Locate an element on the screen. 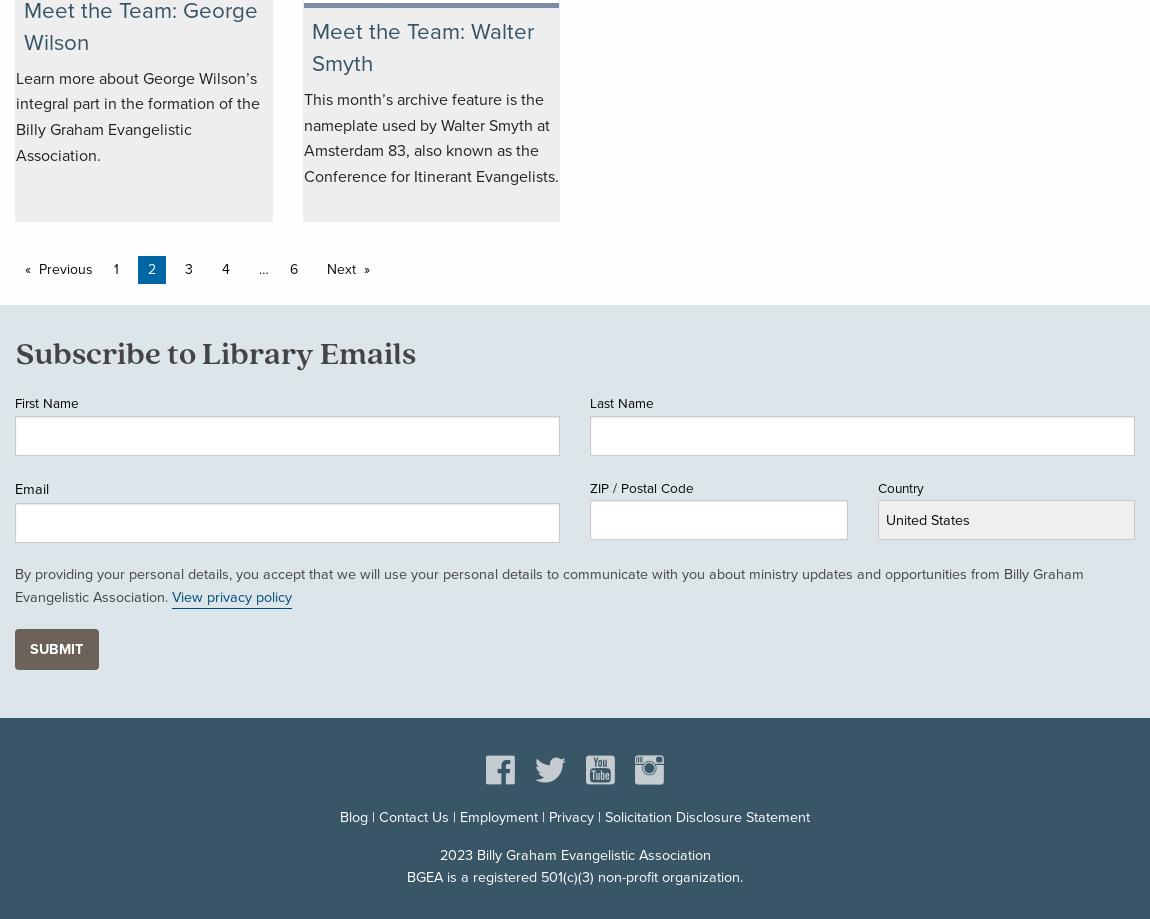  'Solicitation Disclosure Statement' is located at coordinates (706, 816).